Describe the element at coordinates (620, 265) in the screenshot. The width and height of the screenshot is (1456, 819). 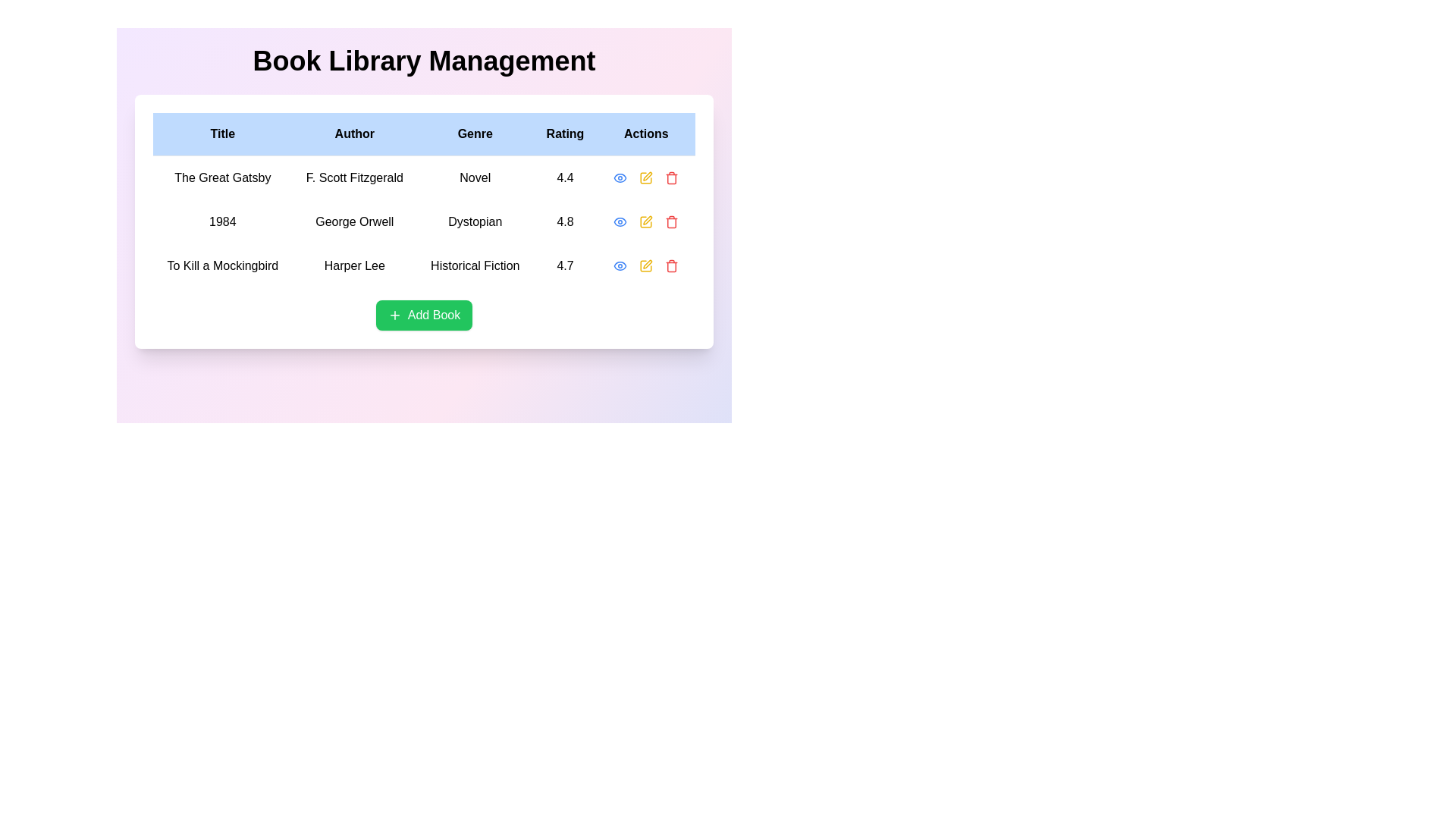
I see `the eye-shaped icon button with a blue outline in the Actions column of the third row` at that location.